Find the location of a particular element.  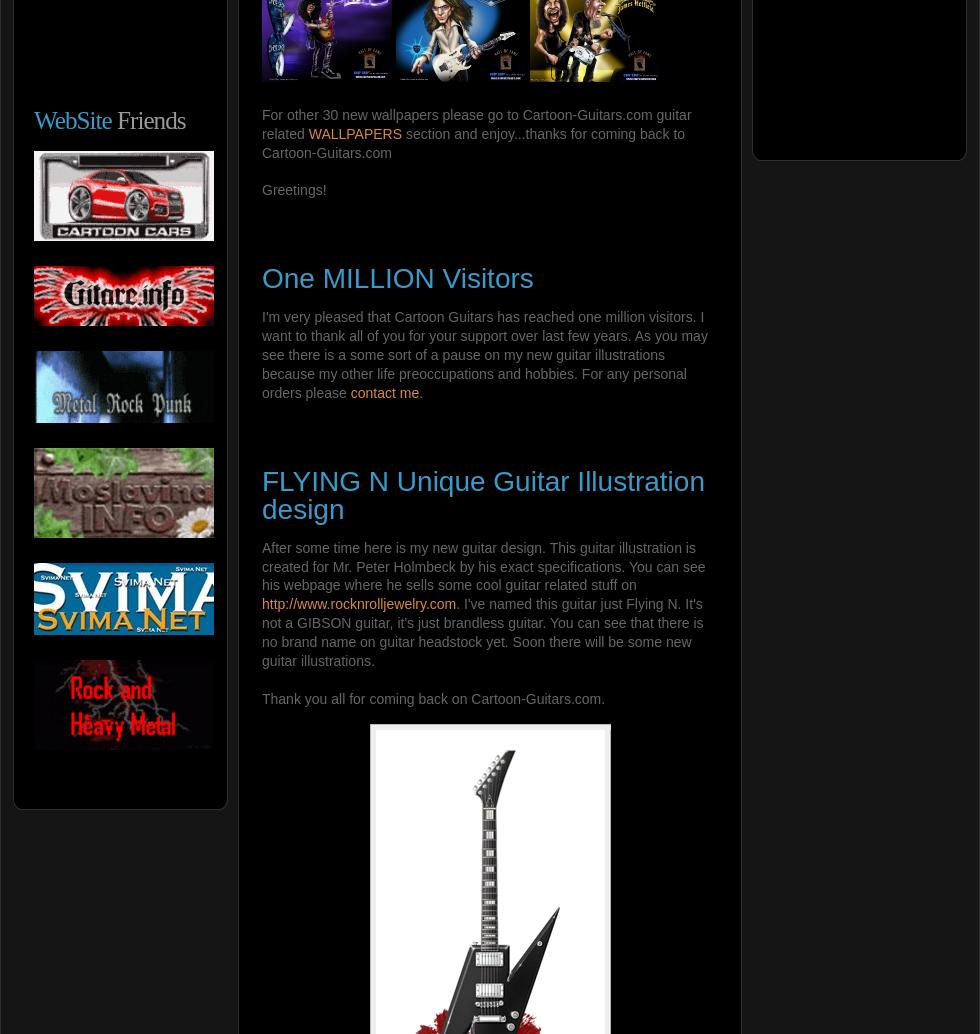

'I'm very pleased that Cartoon Guitars has reached one million visitors. I want to thank all of you for your support over last few years. As you may see there is a some sort of a pause on my new guitar illustrations because my other life preoccupations and hobbies. For any personal orders please' is located at coordinates (484, 353).